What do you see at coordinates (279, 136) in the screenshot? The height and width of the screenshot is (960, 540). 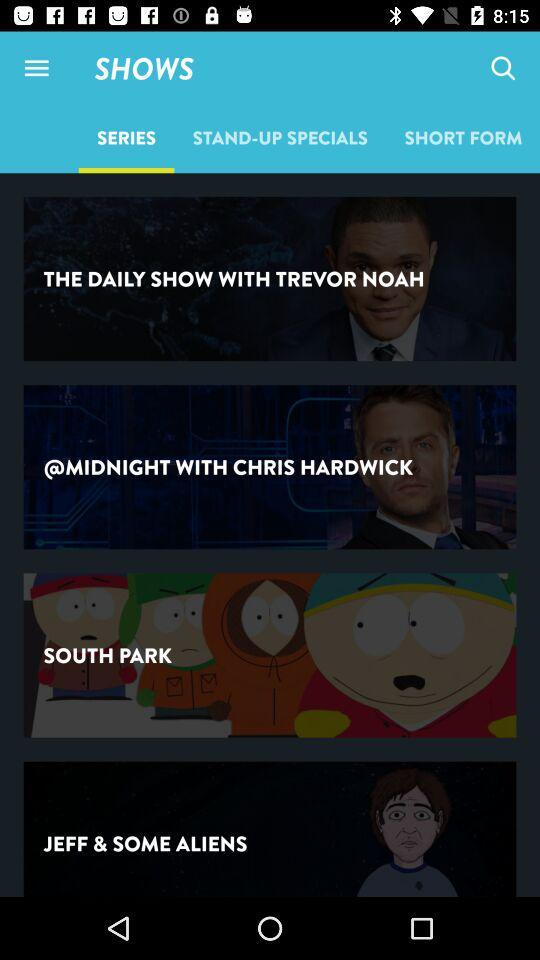 I see `icon to the left of the short form item` at bounding box center [279, 136].